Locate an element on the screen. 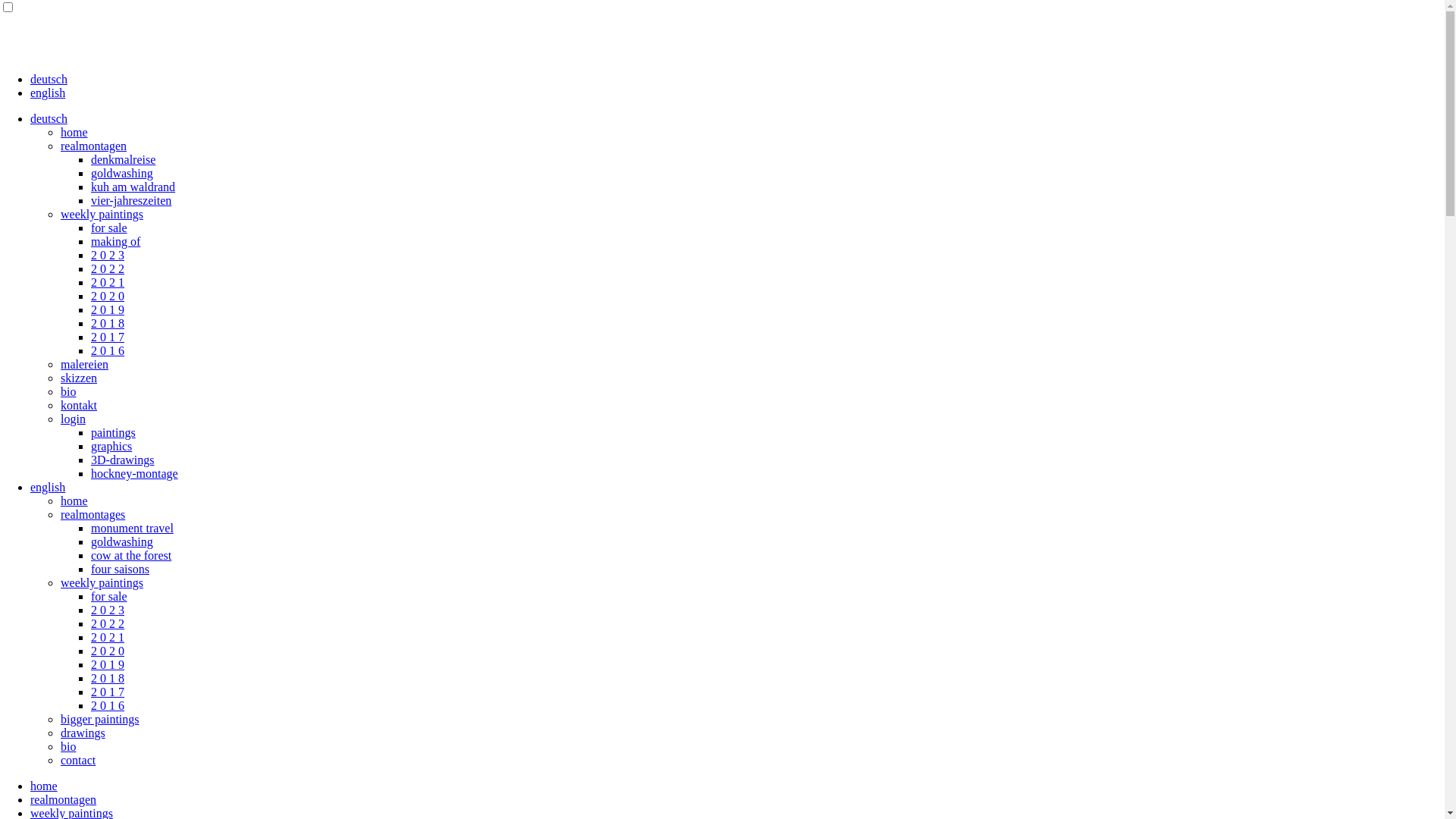 Image resolution: width=1456 pixels, height=819 pixels. '2 0 1 9' is located at coordinates (107, 309).